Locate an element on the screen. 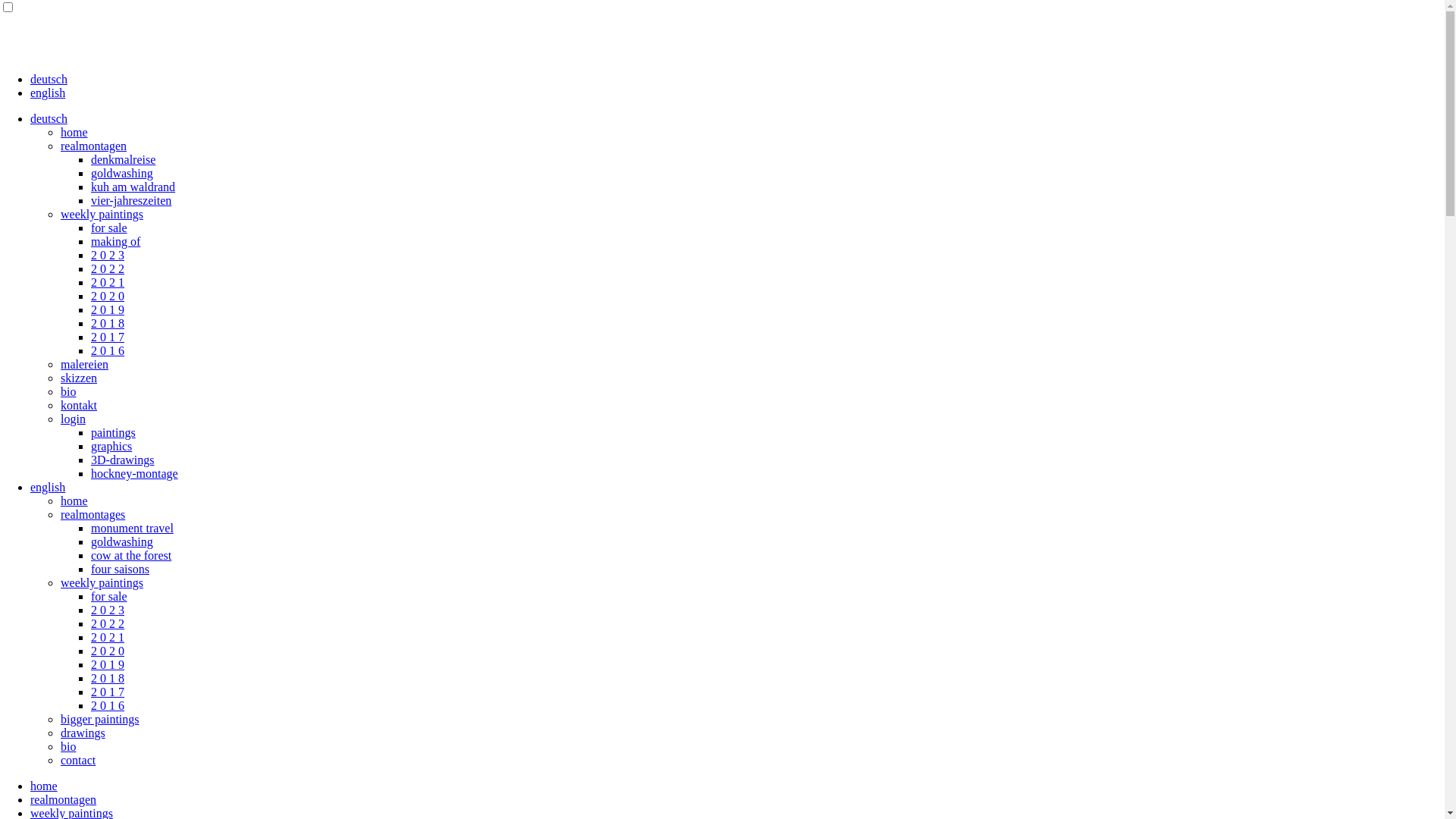 Image resolution: width=1456 pixels, height=819 pixels. '2 0 1 9' is located at coordinates (107, 309).